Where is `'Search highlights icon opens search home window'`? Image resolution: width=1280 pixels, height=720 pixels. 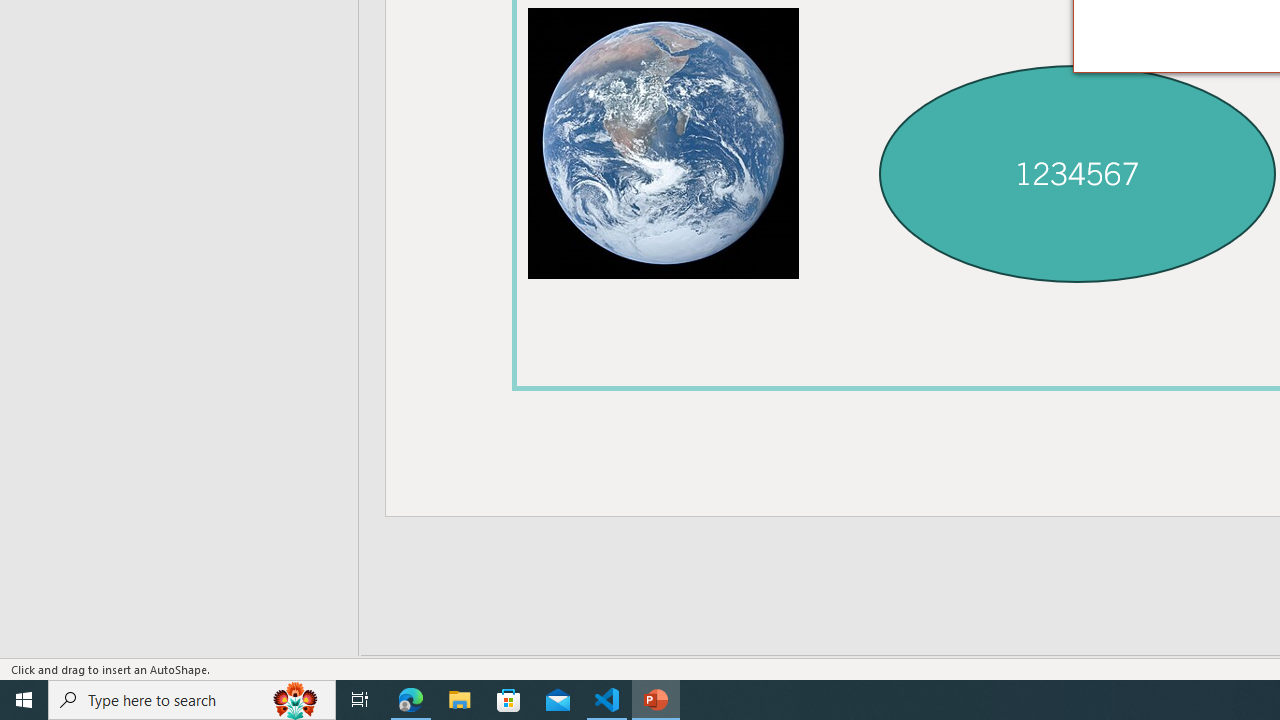 'Search highlights icon opens search home window' is located at coordinates (294, 698).